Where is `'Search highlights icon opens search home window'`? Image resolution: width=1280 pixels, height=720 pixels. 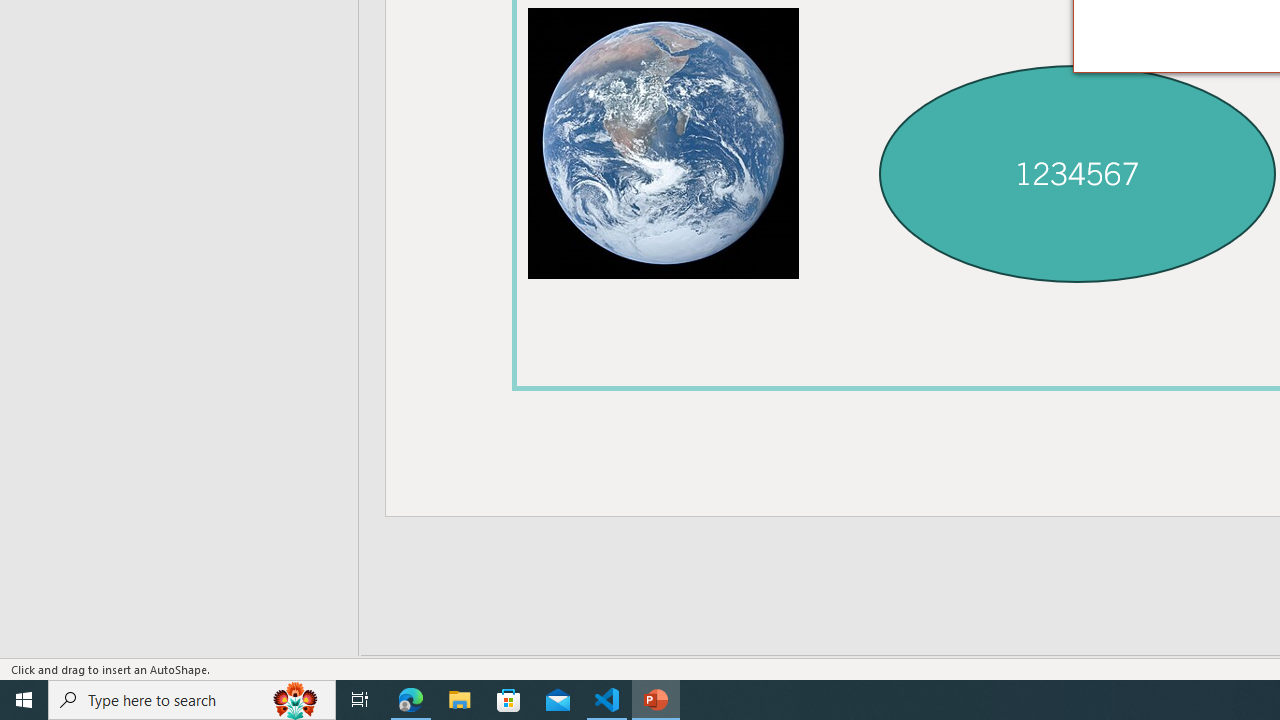 'Search highlights icon opens search home window' is located at coordinates (294, 698).